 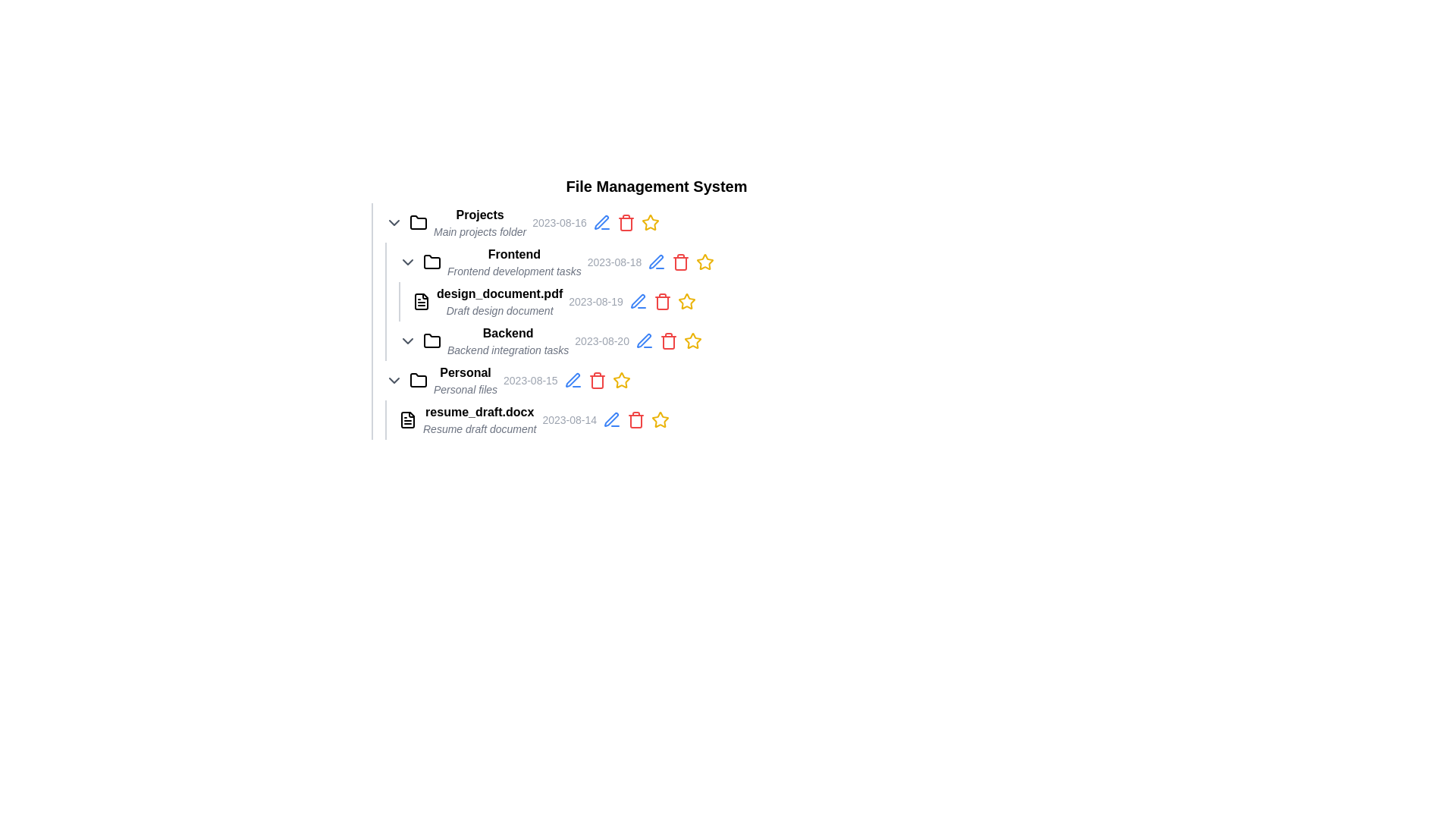 I want to click on the headline text label 'File Management System', which is a bold and prominent title located at the top of the interface, centrally aligned above project-related entries, so click(x=656, y=186).